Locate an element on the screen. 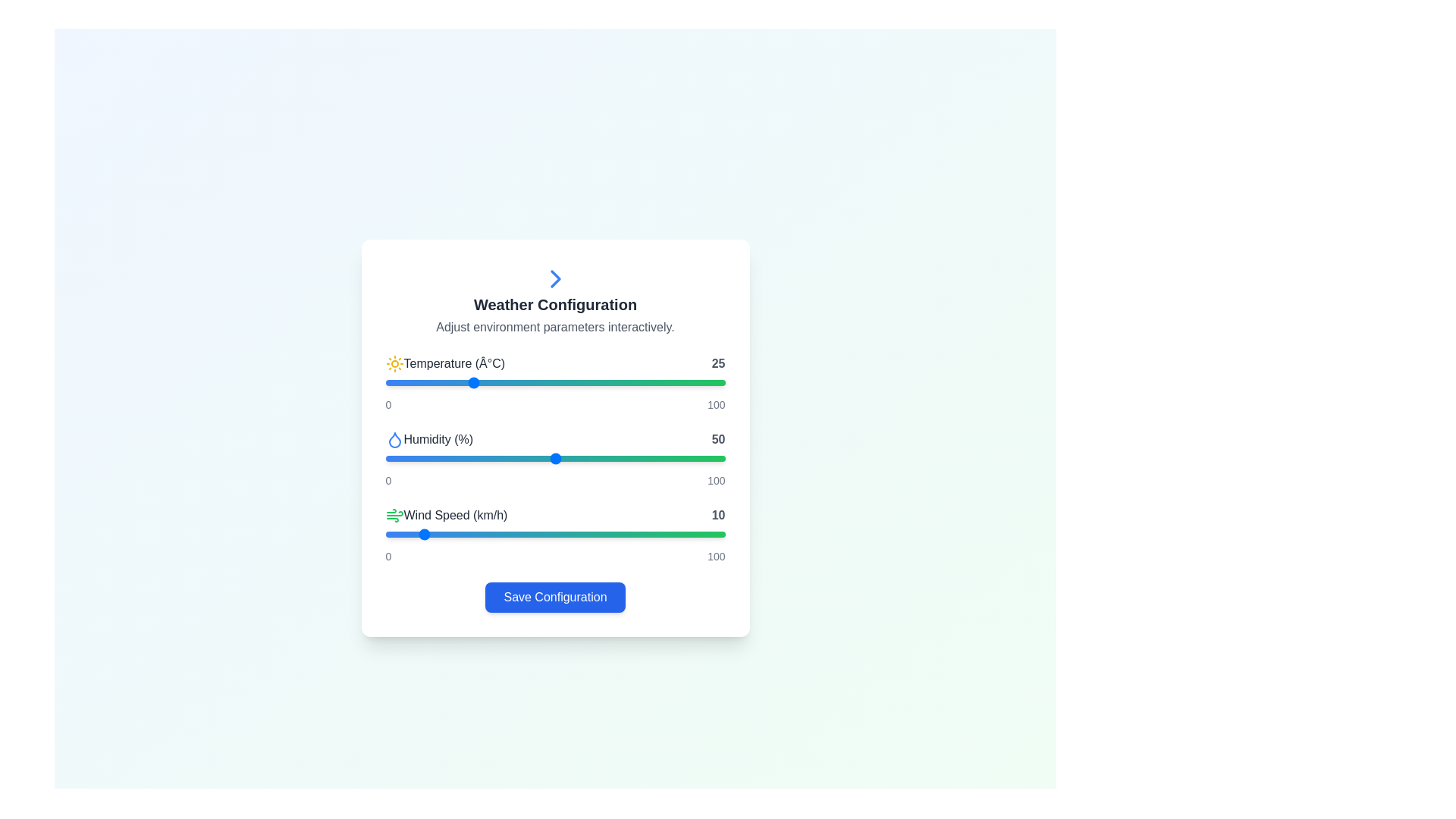 The image size is (1456, 819). the slider value is located at coordinates (535, 458).